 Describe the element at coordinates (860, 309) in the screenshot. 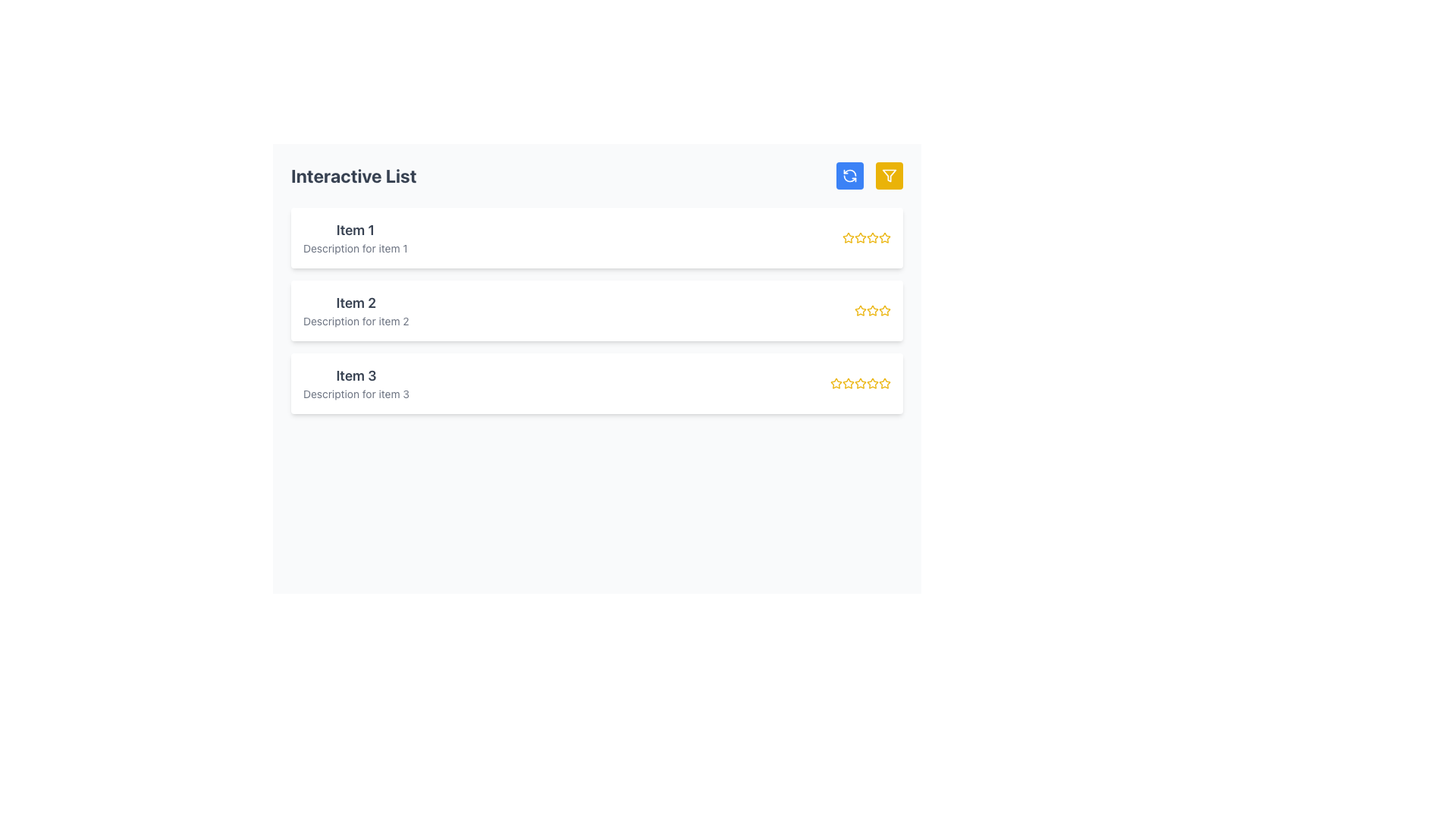

I see `the yellow star-shaped rating icon located` at that location.